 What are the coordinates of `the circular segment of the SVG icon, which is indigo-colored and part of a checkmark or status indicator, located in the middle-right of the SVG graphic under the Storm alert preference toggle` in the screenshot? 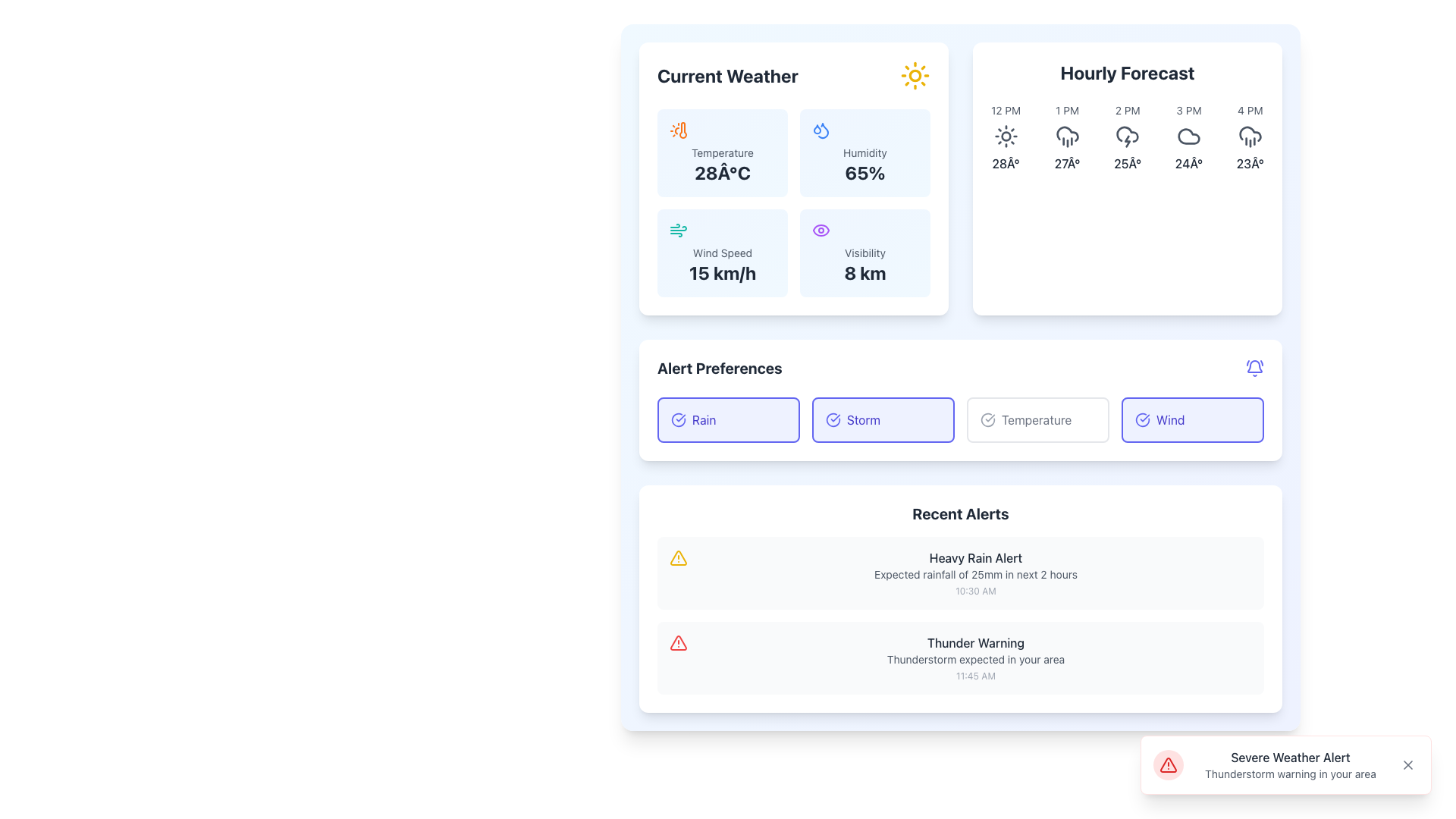 It's located at (833, 420).